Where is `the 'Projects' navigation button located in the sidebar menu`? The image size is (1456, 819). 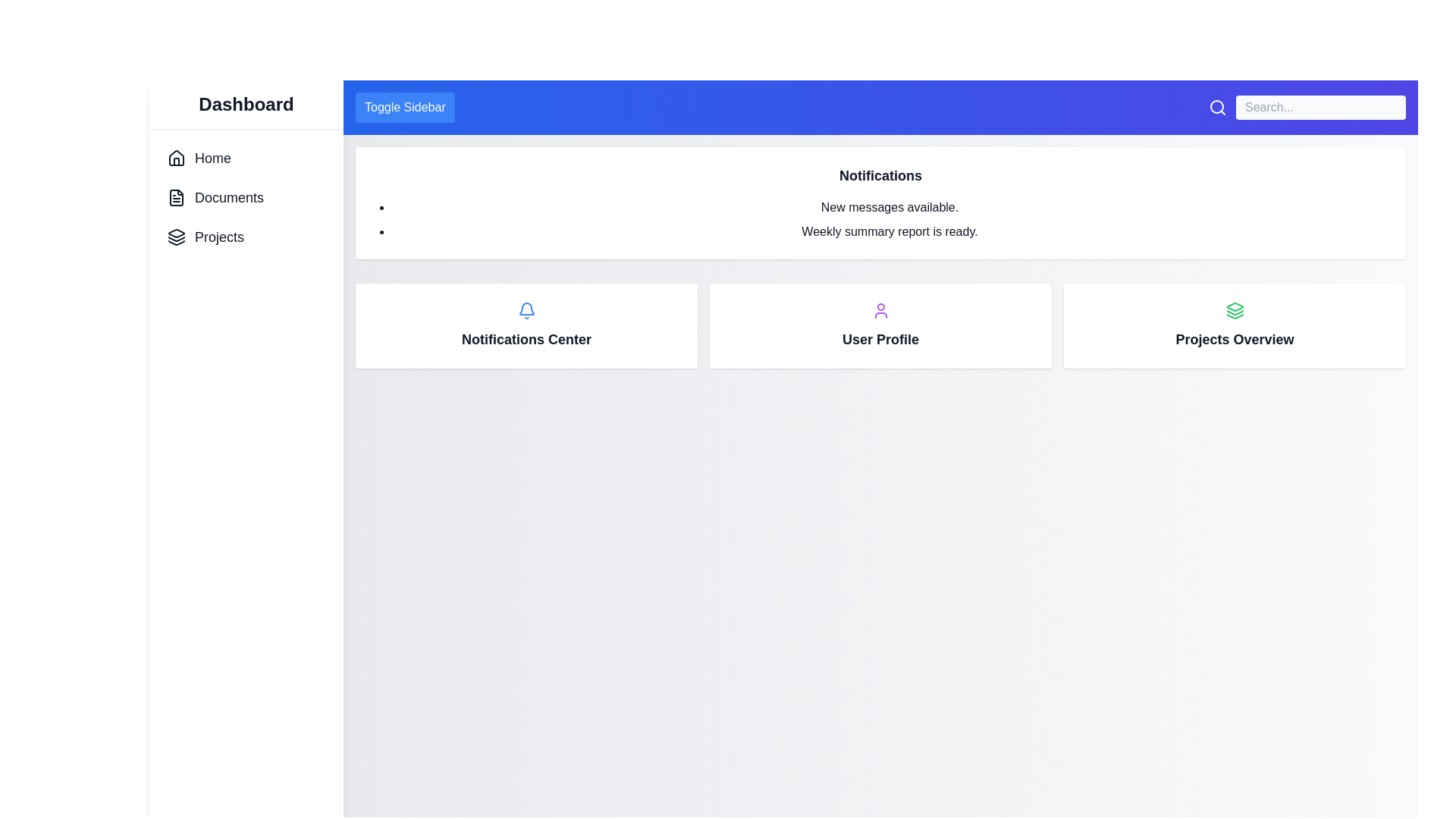 the 'Projects' navigation button located in the sidebar menu is located at coordinates (205, 237).